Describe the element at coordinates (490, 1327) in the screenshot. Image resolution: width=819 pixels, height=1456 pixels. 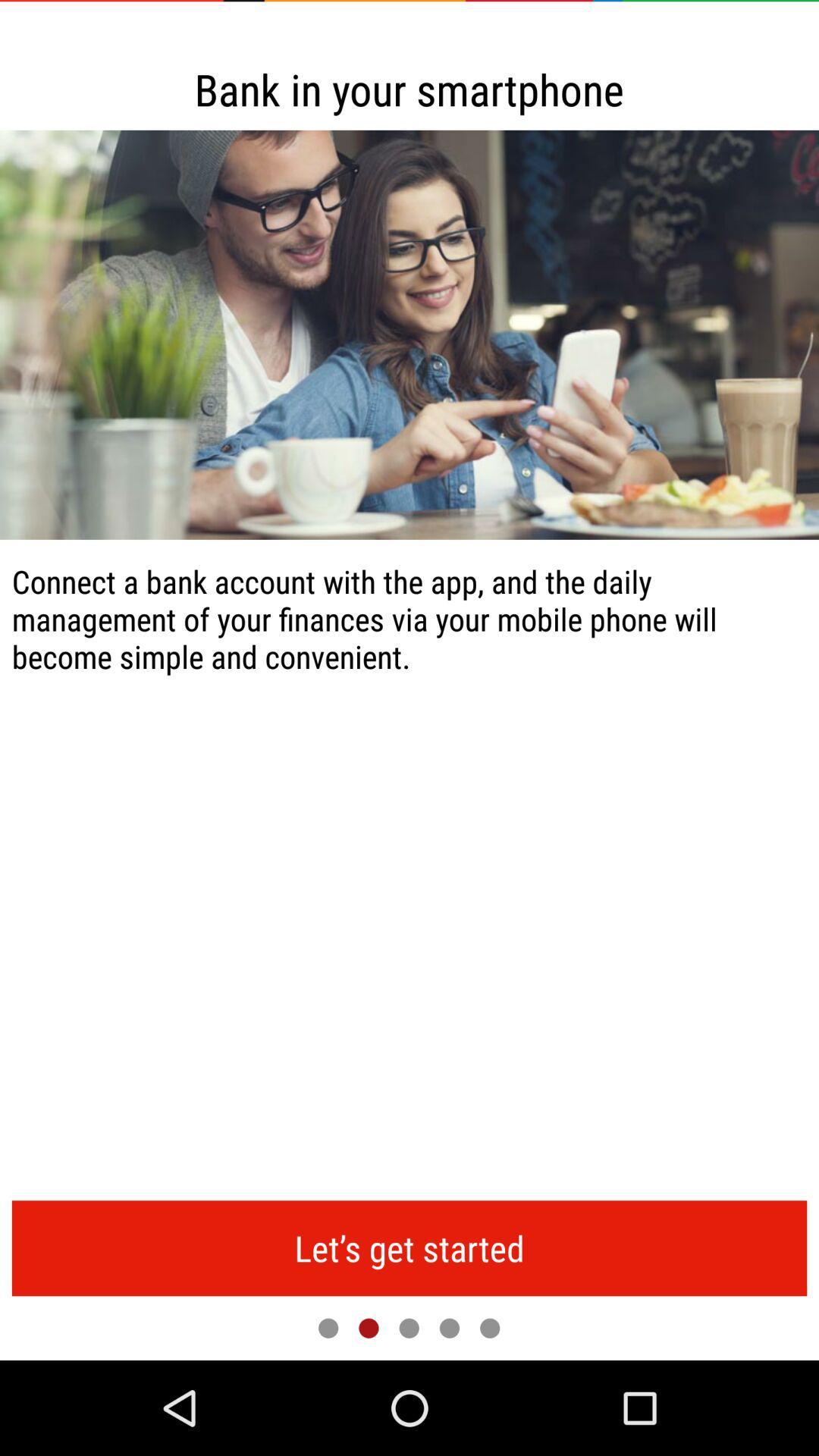
I see `last page of slideshow` at that location.